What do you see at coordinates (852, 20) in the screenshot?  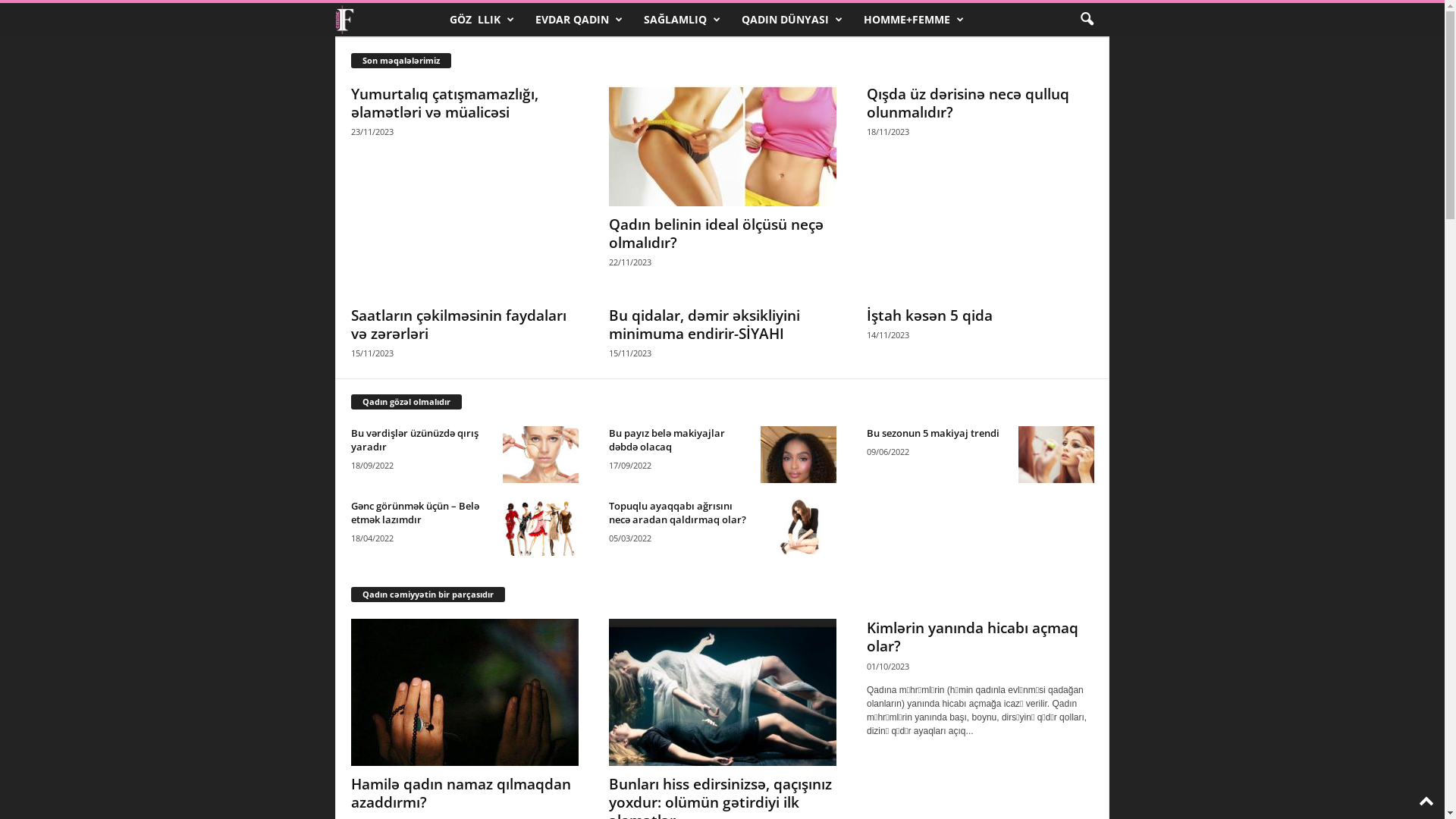 I see `'HOMME+FEMME'` at bounding box center [852, 20].